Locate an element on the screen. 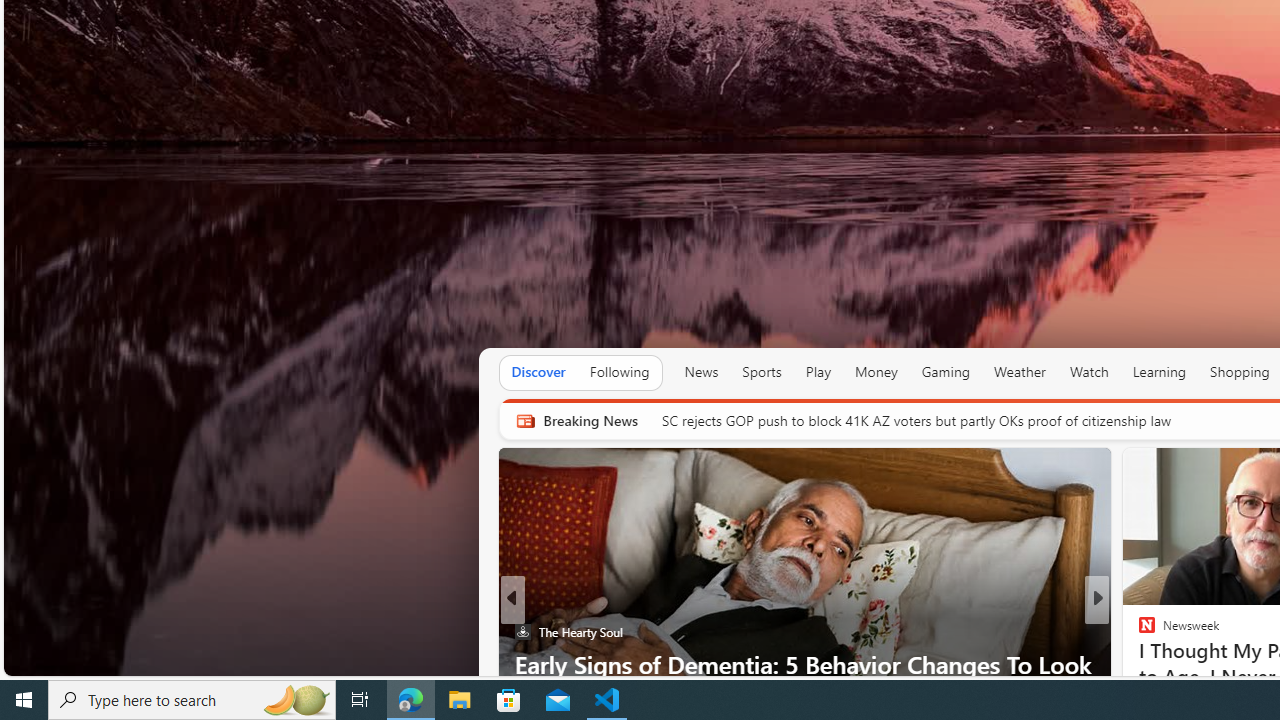  'Body Network' is located at coordinates (1138, 632).